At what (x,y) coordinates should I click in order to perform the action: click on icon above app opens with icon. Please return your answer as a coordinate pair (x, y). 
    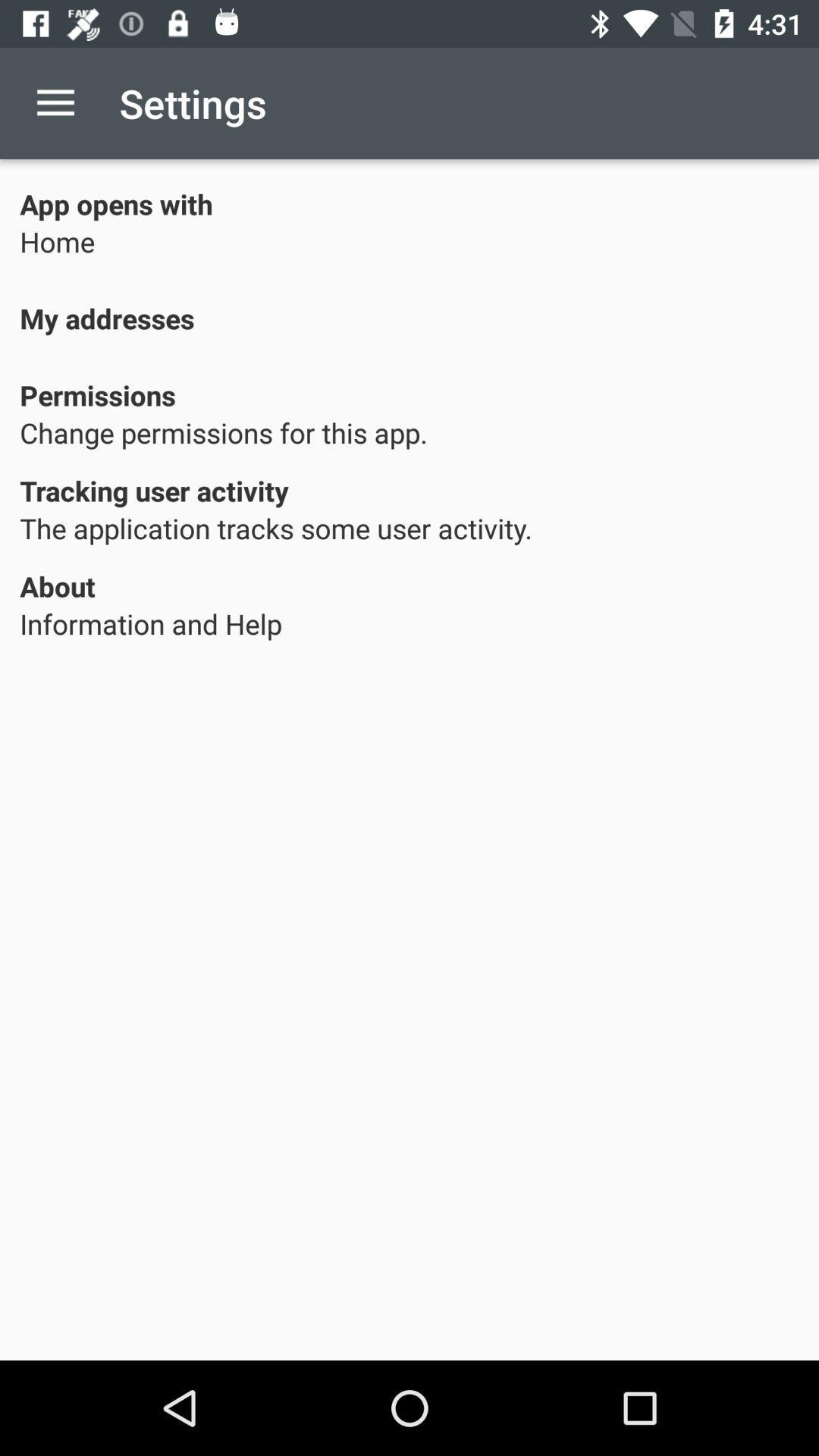
    Looking at the image, I should click on (55, 102).